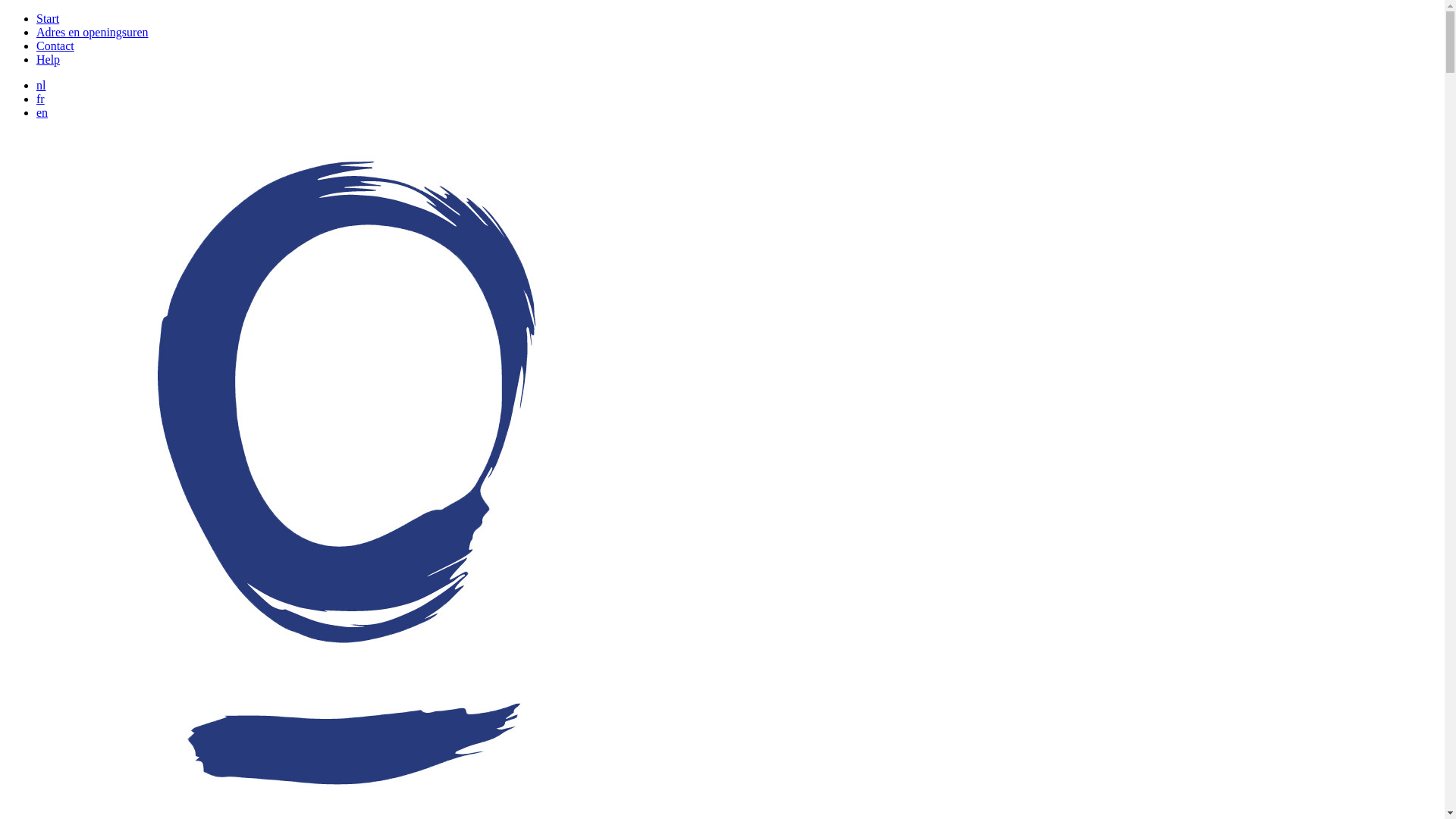 The height and width of the screenshot is (819, 1456). I want to click on 'Adres en openingsuren', so click(36, 32).